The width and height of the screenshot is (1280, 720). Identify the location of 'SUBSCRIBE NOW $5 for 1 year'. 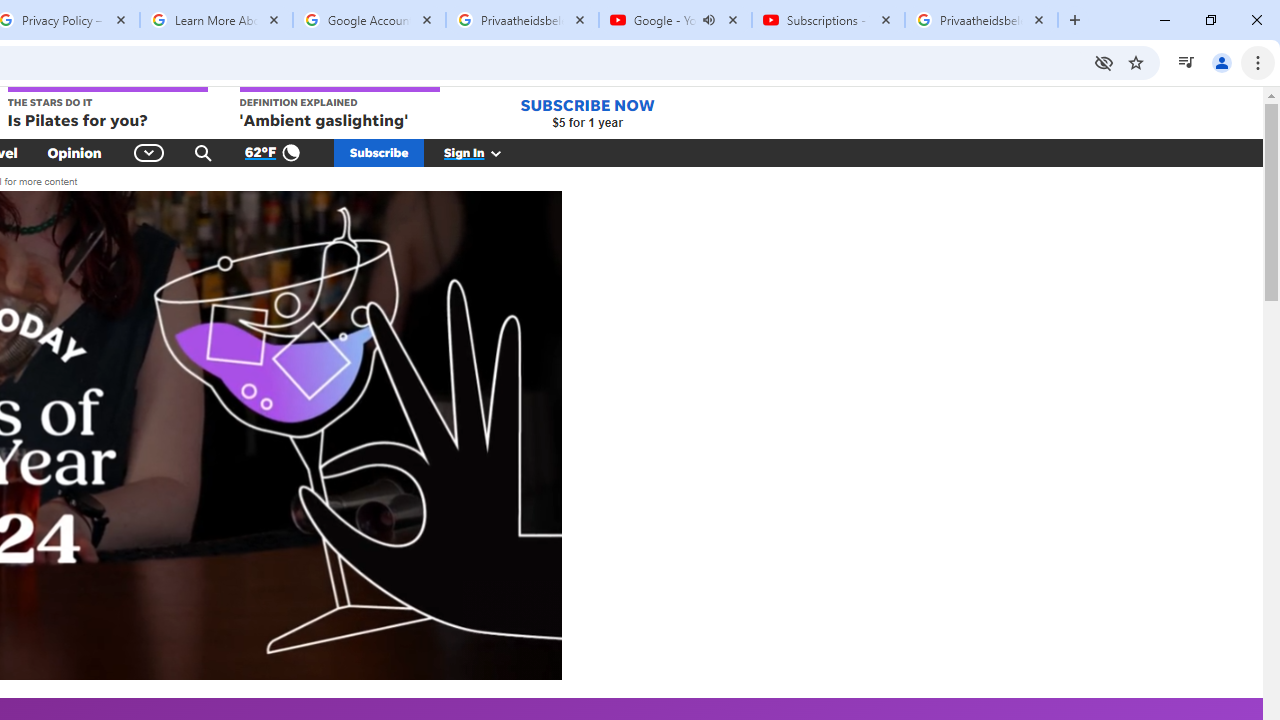
(586, 113).